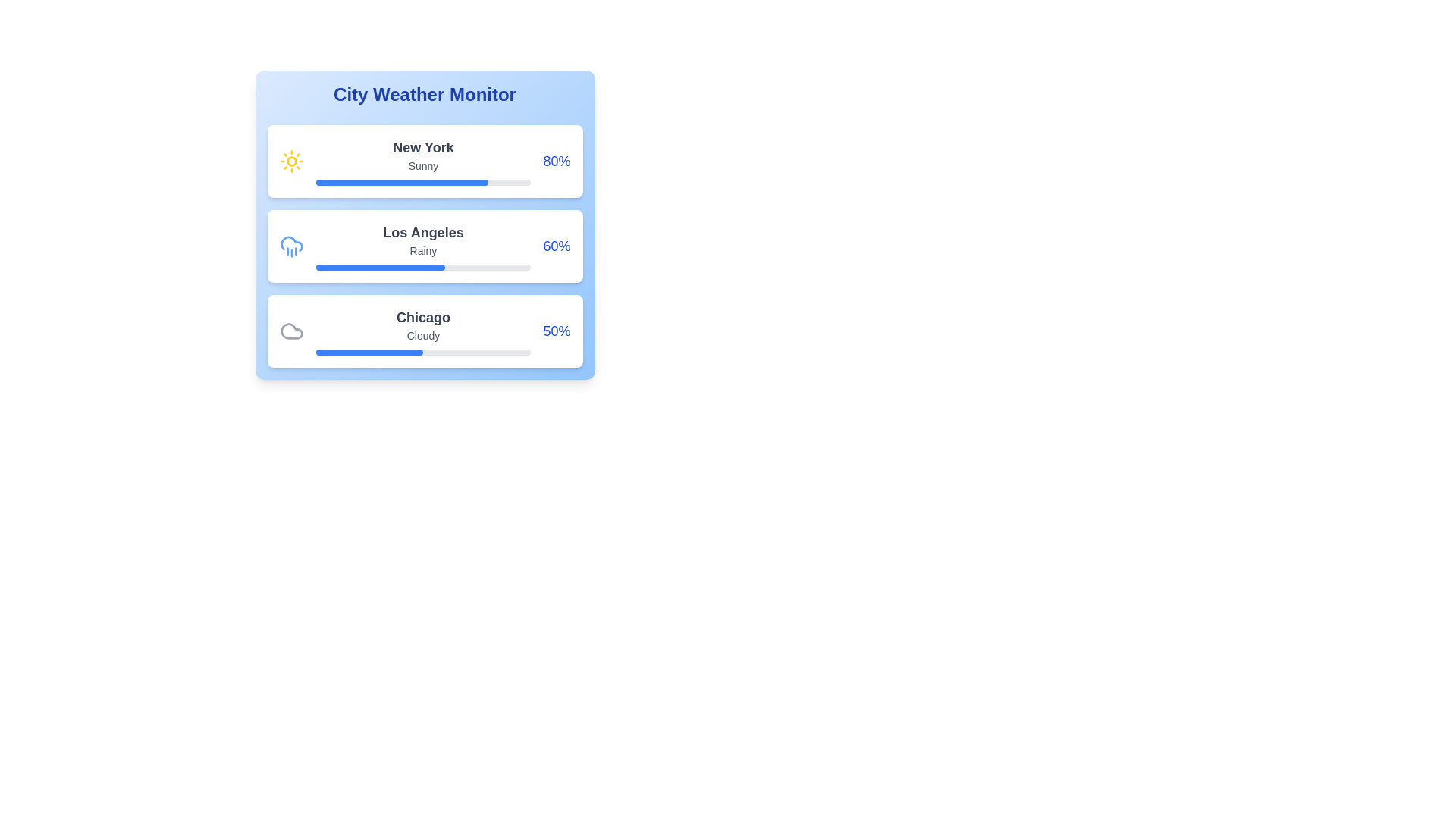 The image size is (1456, 819). I want to click on the weather condition icon representing rain for Los Angeles, located beside the text 'Los Angeles' and 'Rainy', so click(291, 245).